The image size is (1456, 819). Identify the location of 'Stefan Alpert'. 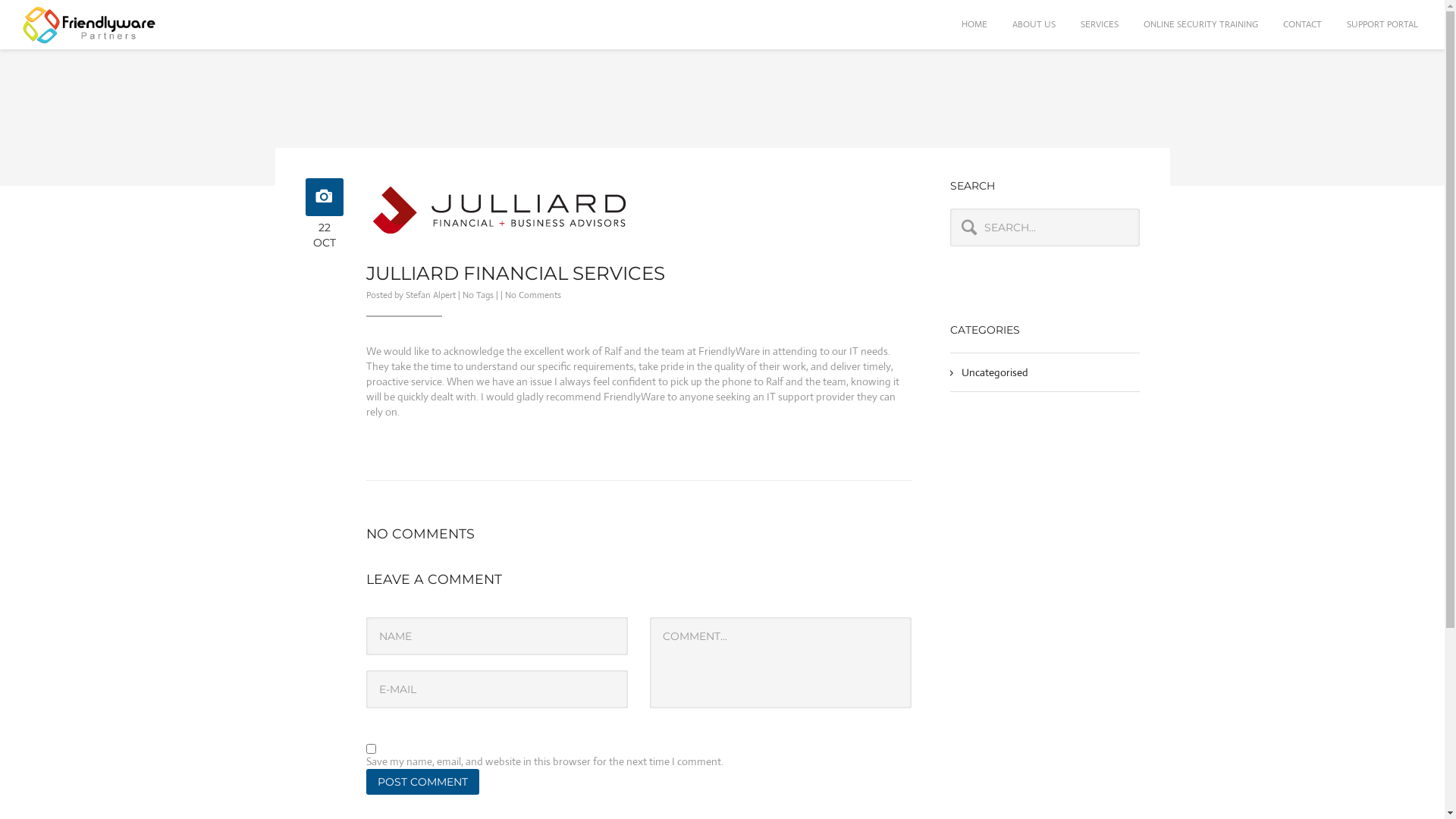
(404, 295).